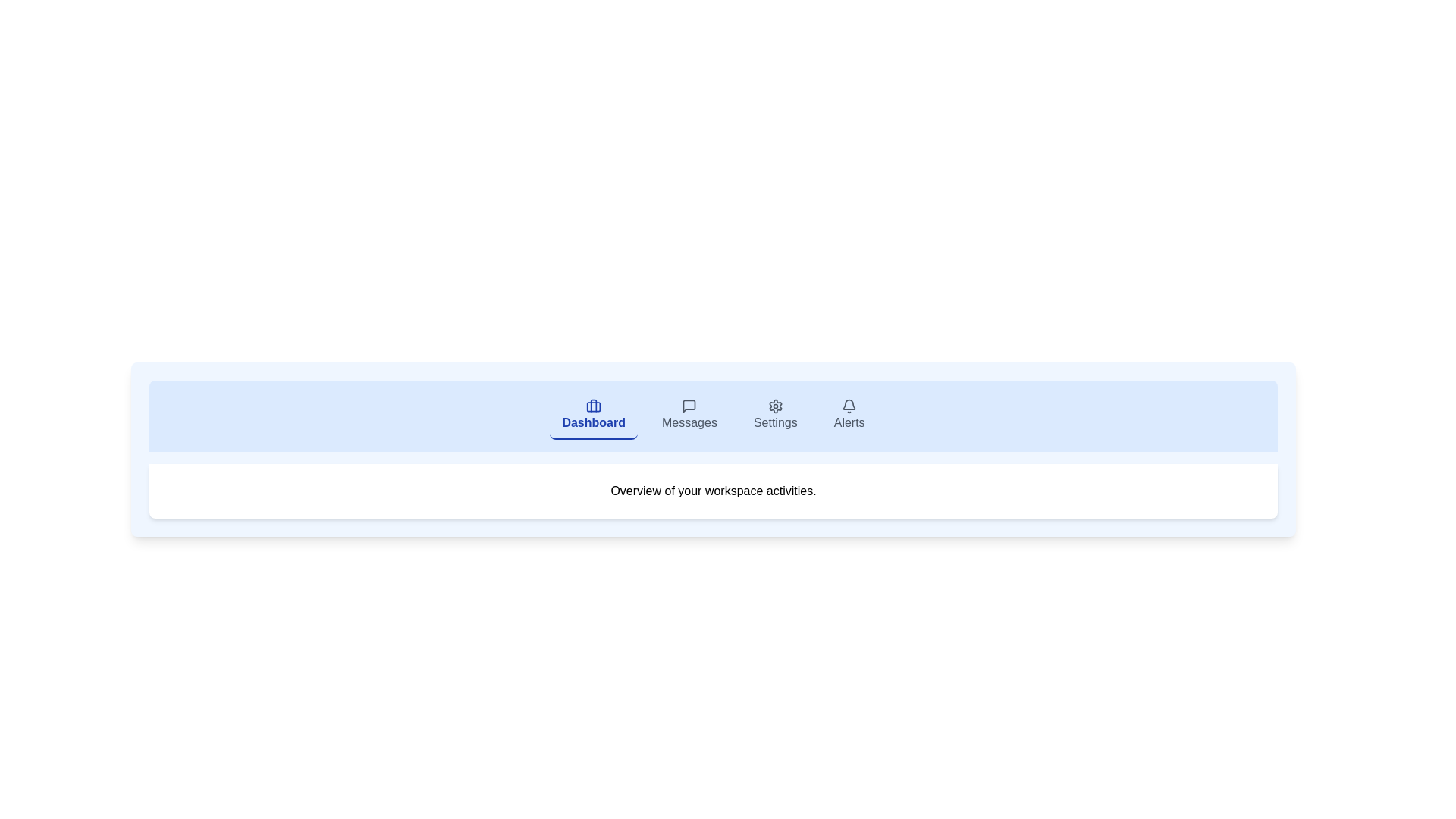 This screenshot has height=819, width=1456. Describe the element at coordinates (775, 416) in the screenshot. I see `the tab labeled Settings to observe visual feedback` at that location.